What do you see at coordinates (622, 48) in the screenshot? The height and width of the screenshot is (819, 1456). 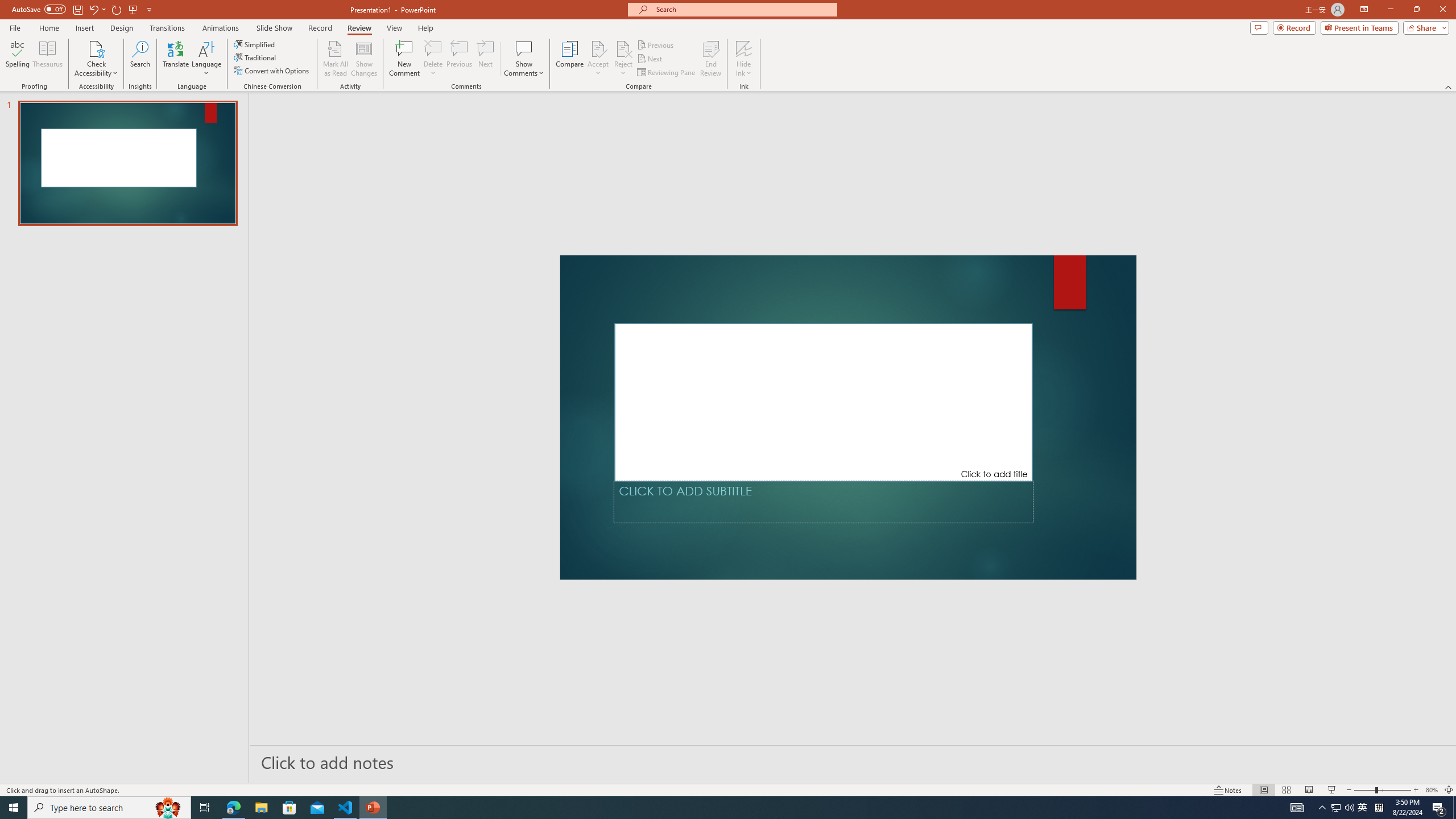 I see `'Reject Change'` at bounding box center [622, 48].